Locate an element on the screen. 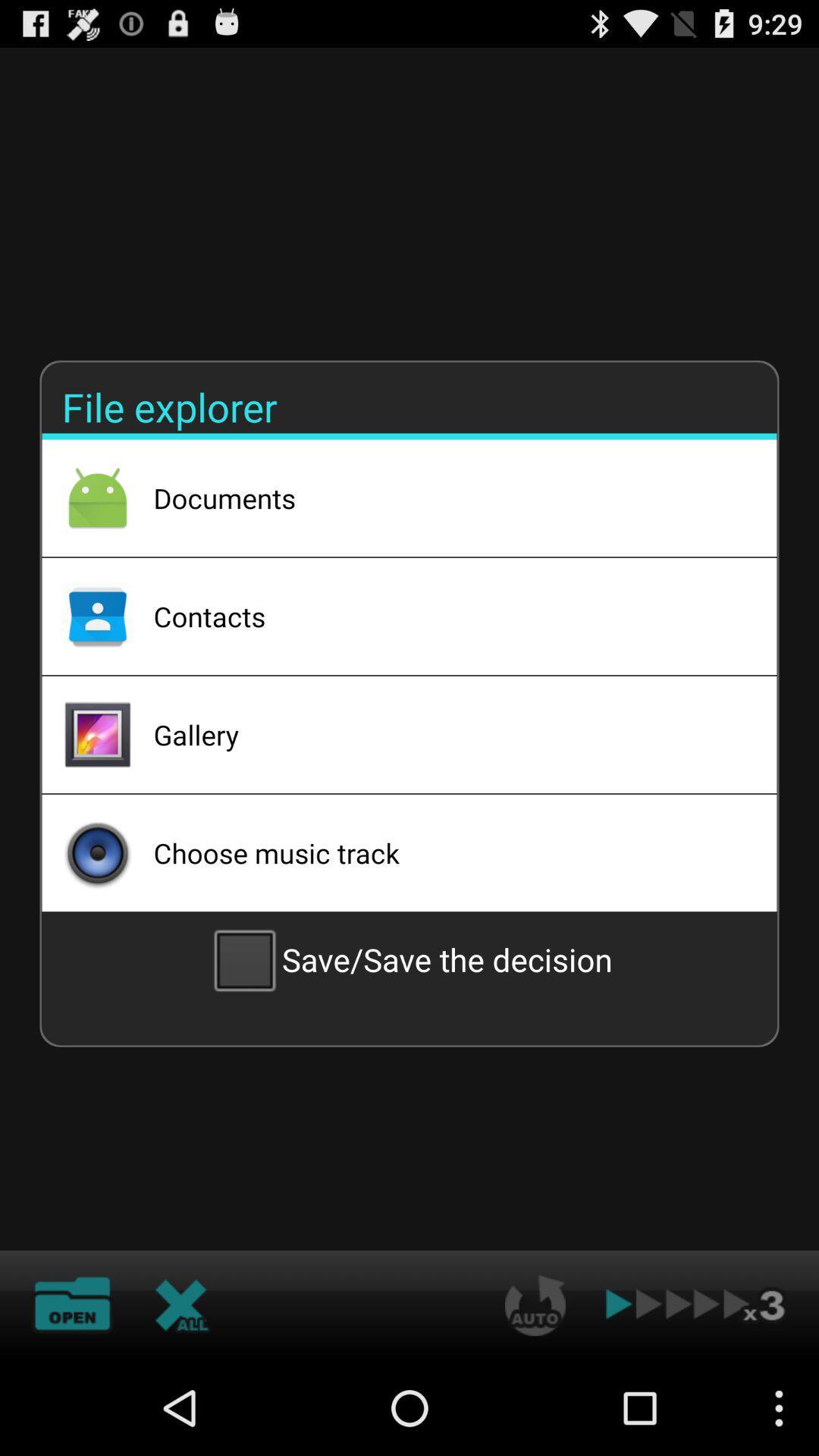  icon below the choose music track is located at coordinates (409, 959).